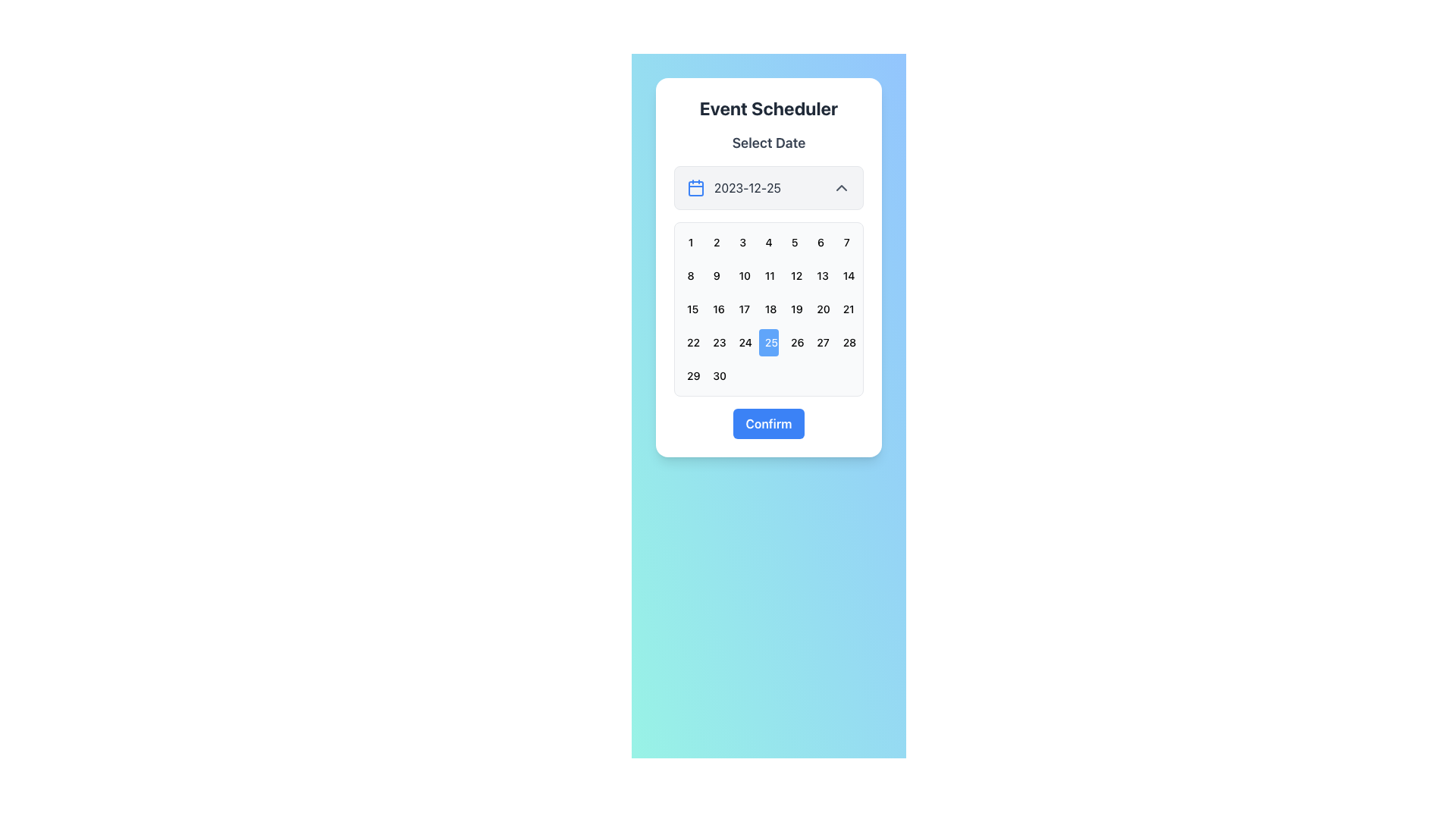 This screenshot has height=819, width=1456. Describe the element at coordinates (794, 309) in the screenshot. I see `the button representing the date '19' in the third row and fifth column of the calendar grid` at that location.